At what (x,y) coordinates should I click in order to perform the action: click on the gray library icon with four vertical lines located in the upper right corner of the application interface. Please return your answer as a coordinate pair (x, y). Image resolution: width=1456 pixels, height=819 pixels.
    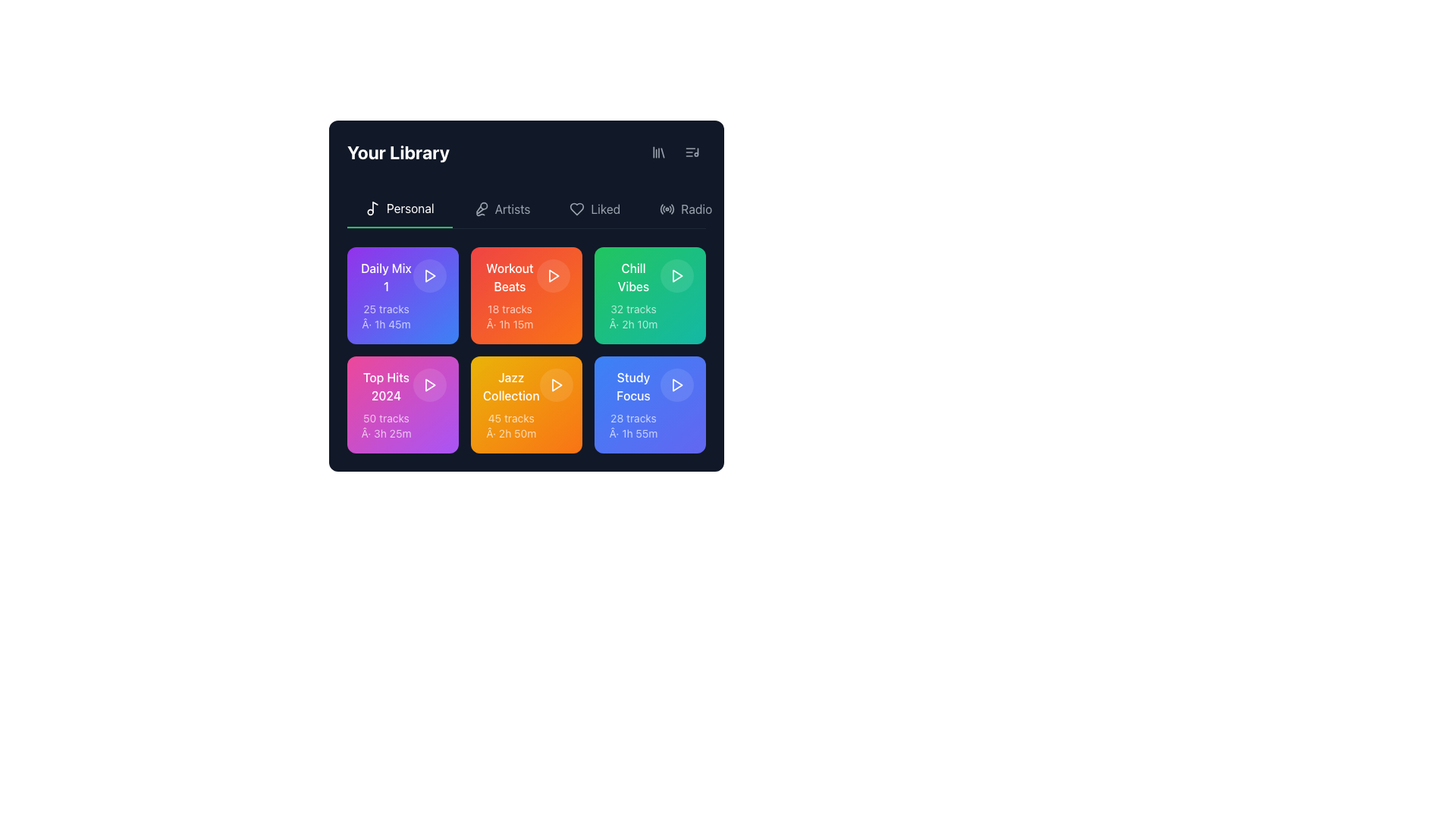
    Looking at the image, I should click on (658, 152).